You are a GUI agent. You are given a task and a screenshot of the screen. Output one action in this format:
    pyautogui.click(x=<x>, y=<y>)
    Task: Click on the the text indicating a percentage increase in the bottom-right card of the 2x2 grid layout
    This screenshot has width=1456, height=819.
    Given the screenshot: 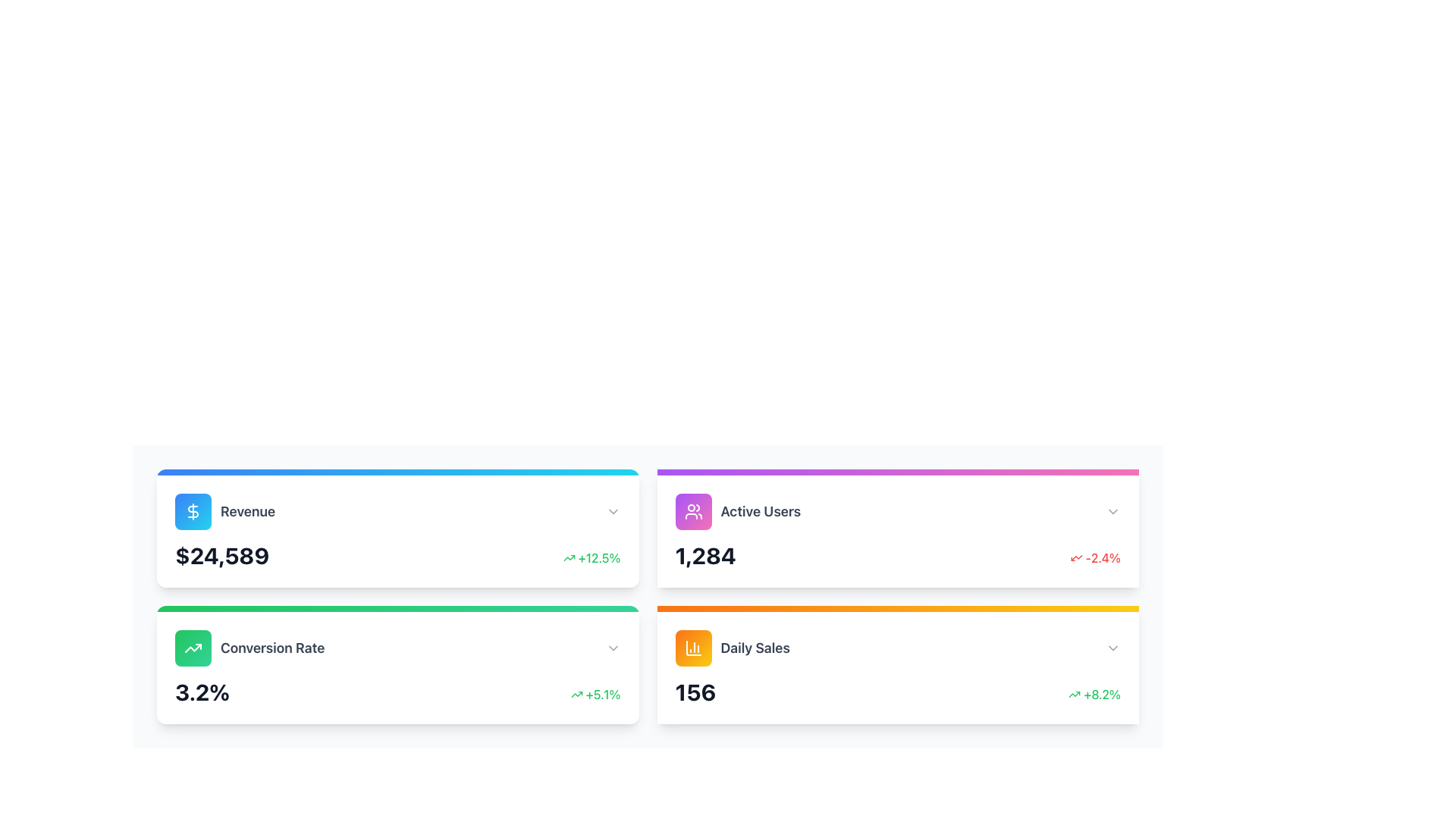 What is the action you would take?
    pyautogui.click(x=1102, y=694)
    